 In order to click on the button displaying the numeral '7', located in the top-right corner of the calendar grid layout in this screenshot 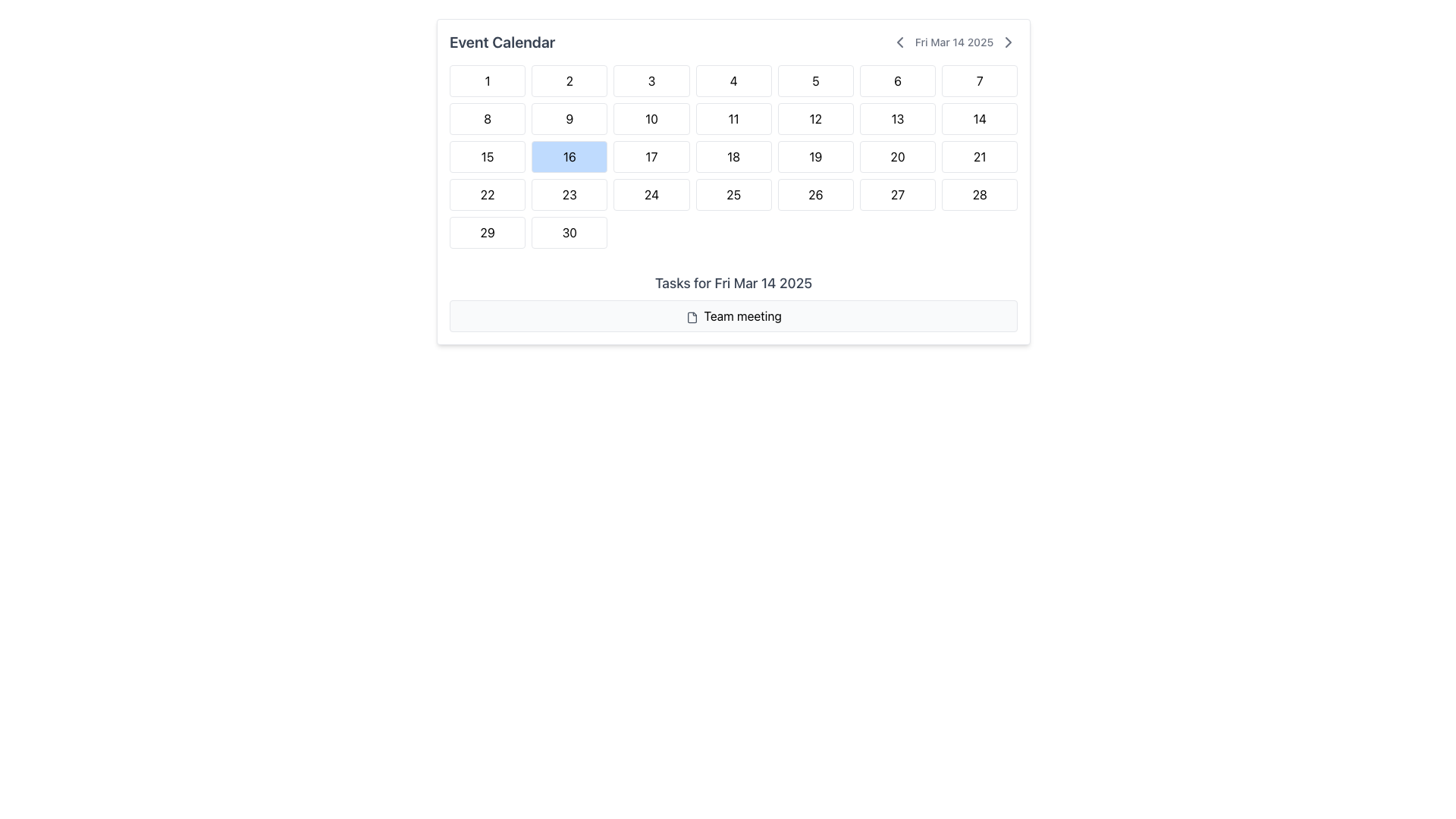, I will do `click(980, 81)`.